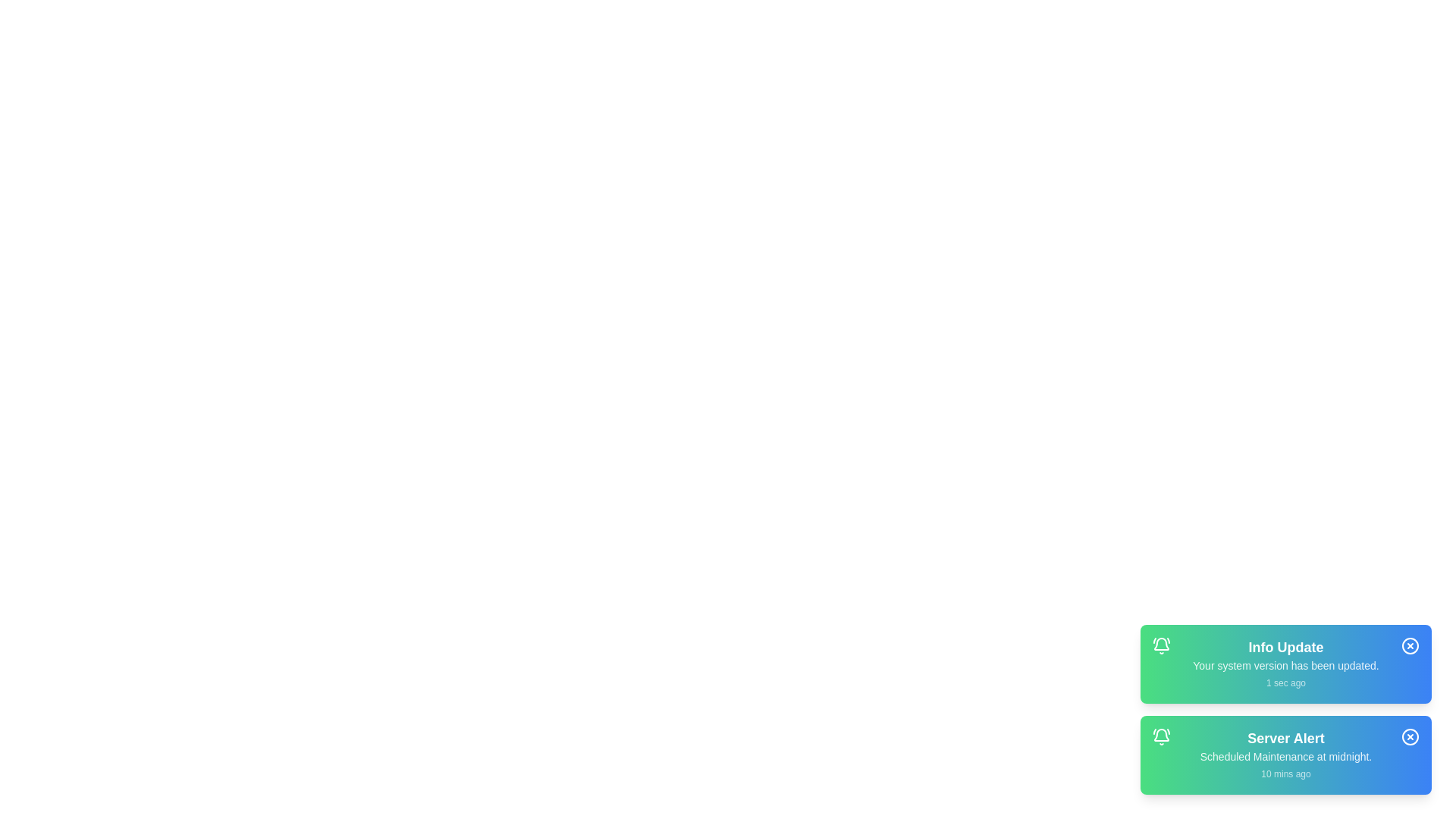 This screenshot has height=819, width=1456. I want to click on close button of the notification with title Info Update, so click(1410, 646).